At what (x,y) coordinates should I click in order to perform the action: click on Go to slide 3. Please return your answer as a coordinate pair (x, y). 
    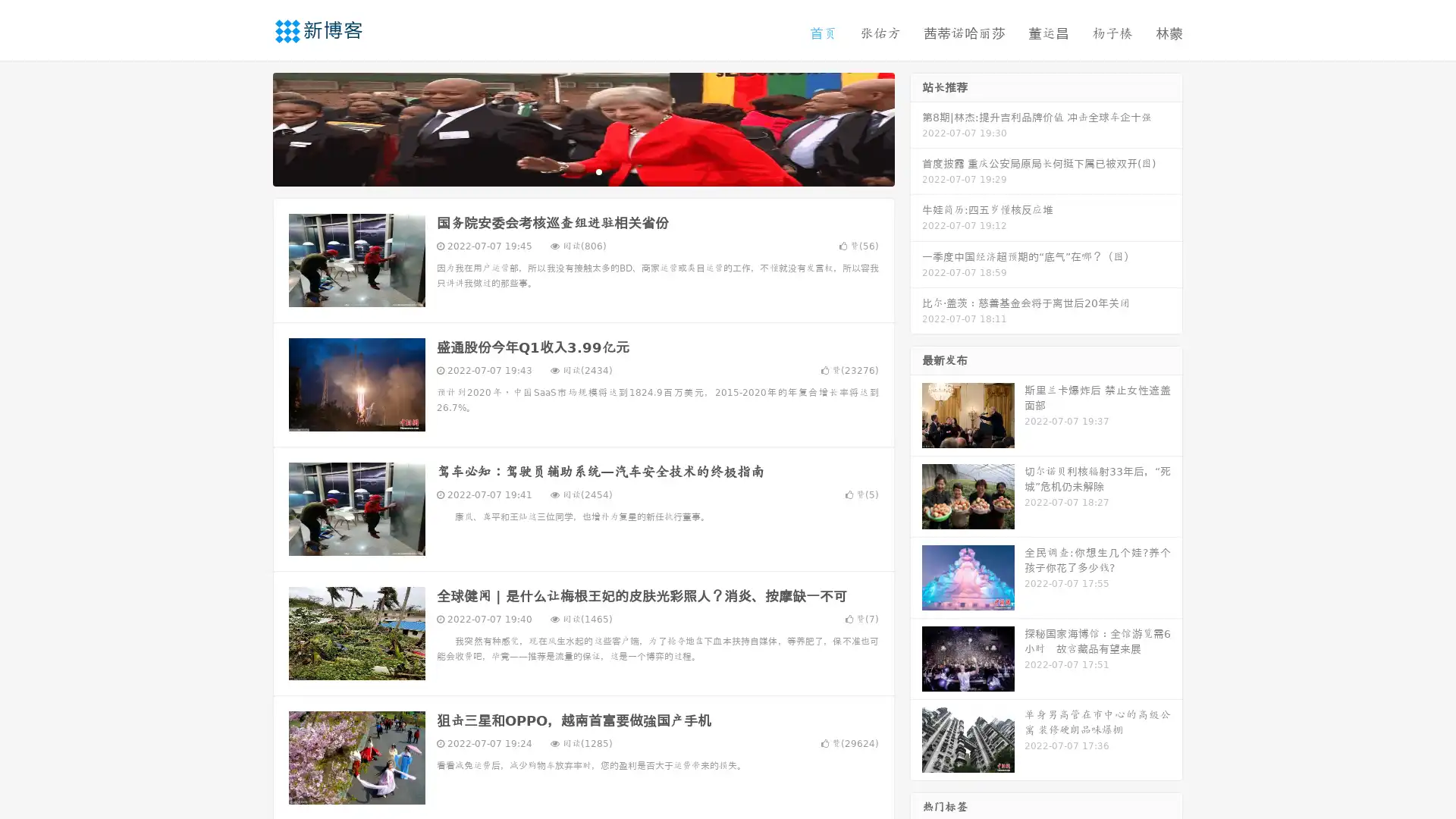
    Looking at the image, I should click on (598, 171).